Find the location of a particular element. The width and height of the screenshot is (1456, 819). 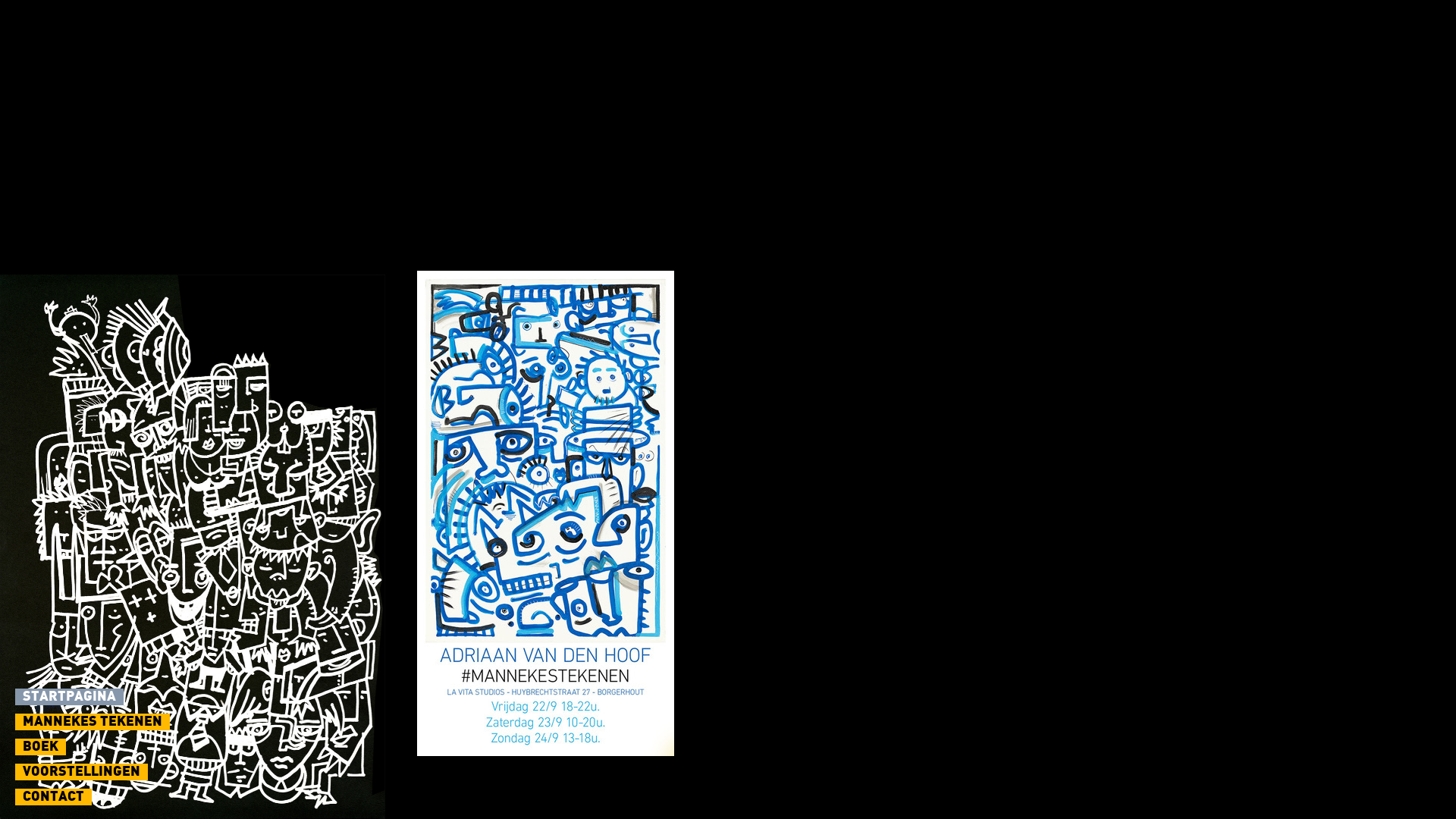

'MANNEKES TEKENEN' is located at coordinates (91, 721).